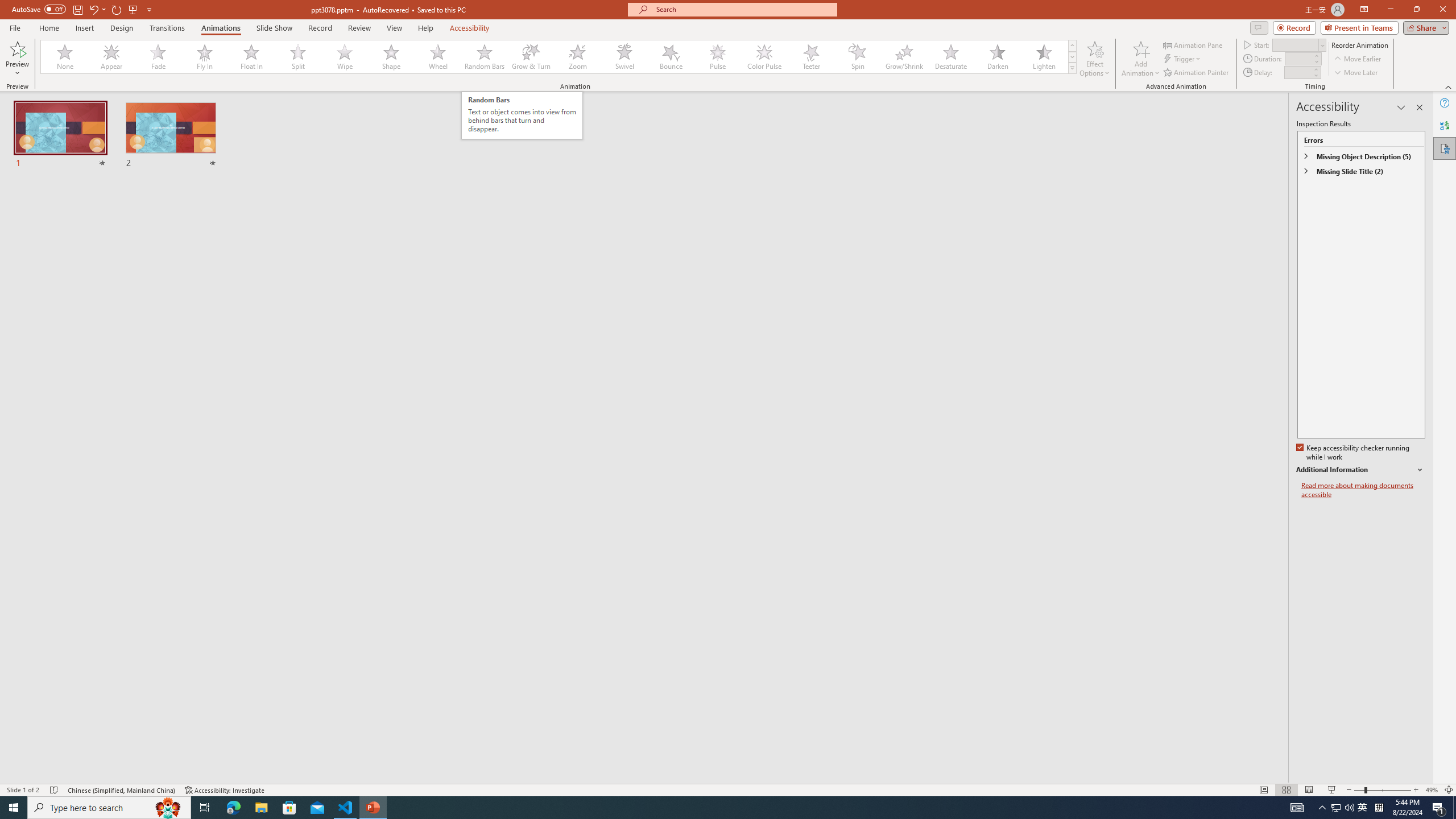  What do you see at coordinates (559, 56) in the screenshot?
I see `'AutomationID: AnimationGallery'` at bounding box center [559, 56].